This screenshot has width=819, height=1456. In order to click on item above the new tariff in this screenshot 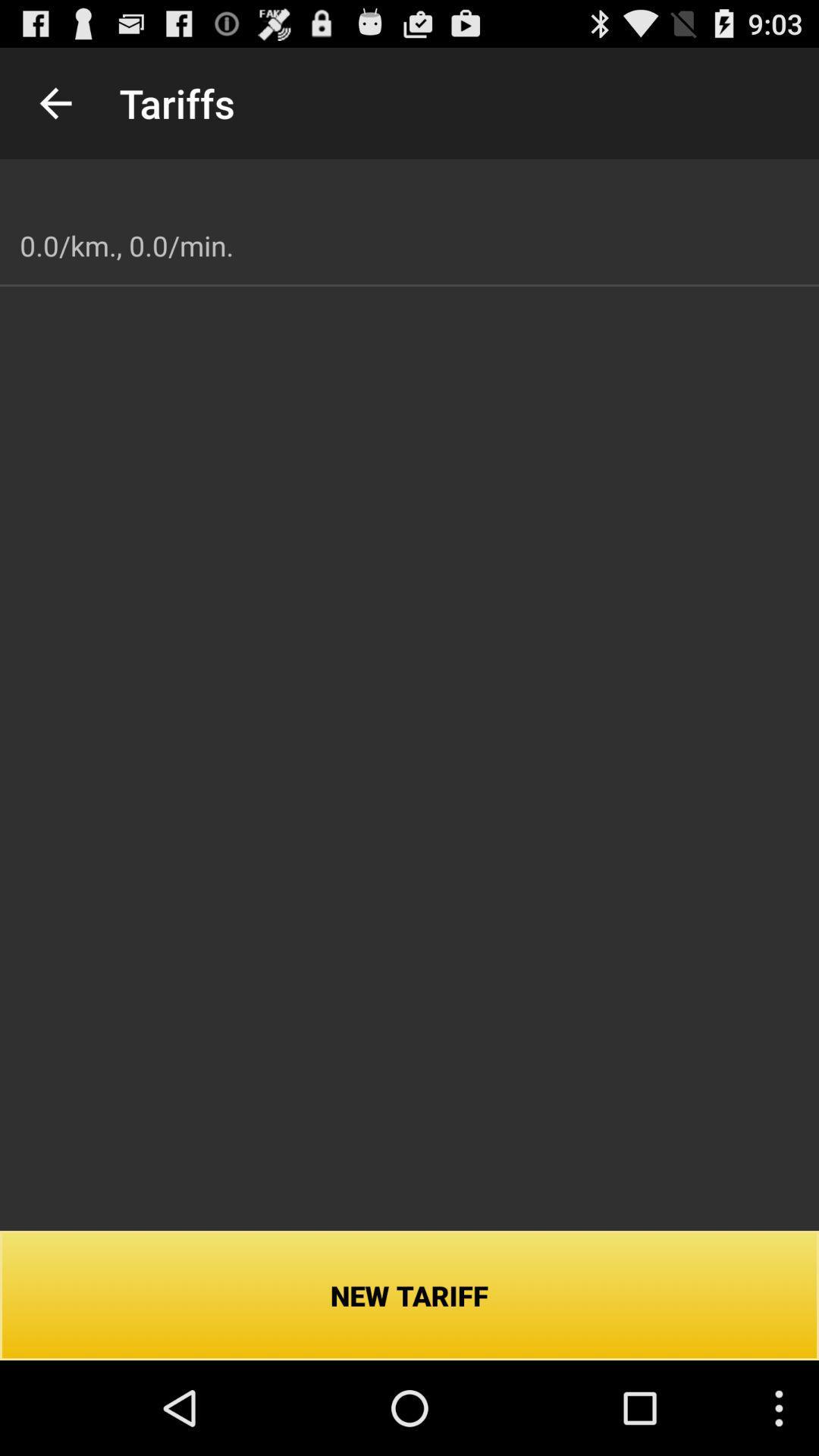, I will do `click(126, 246)`.